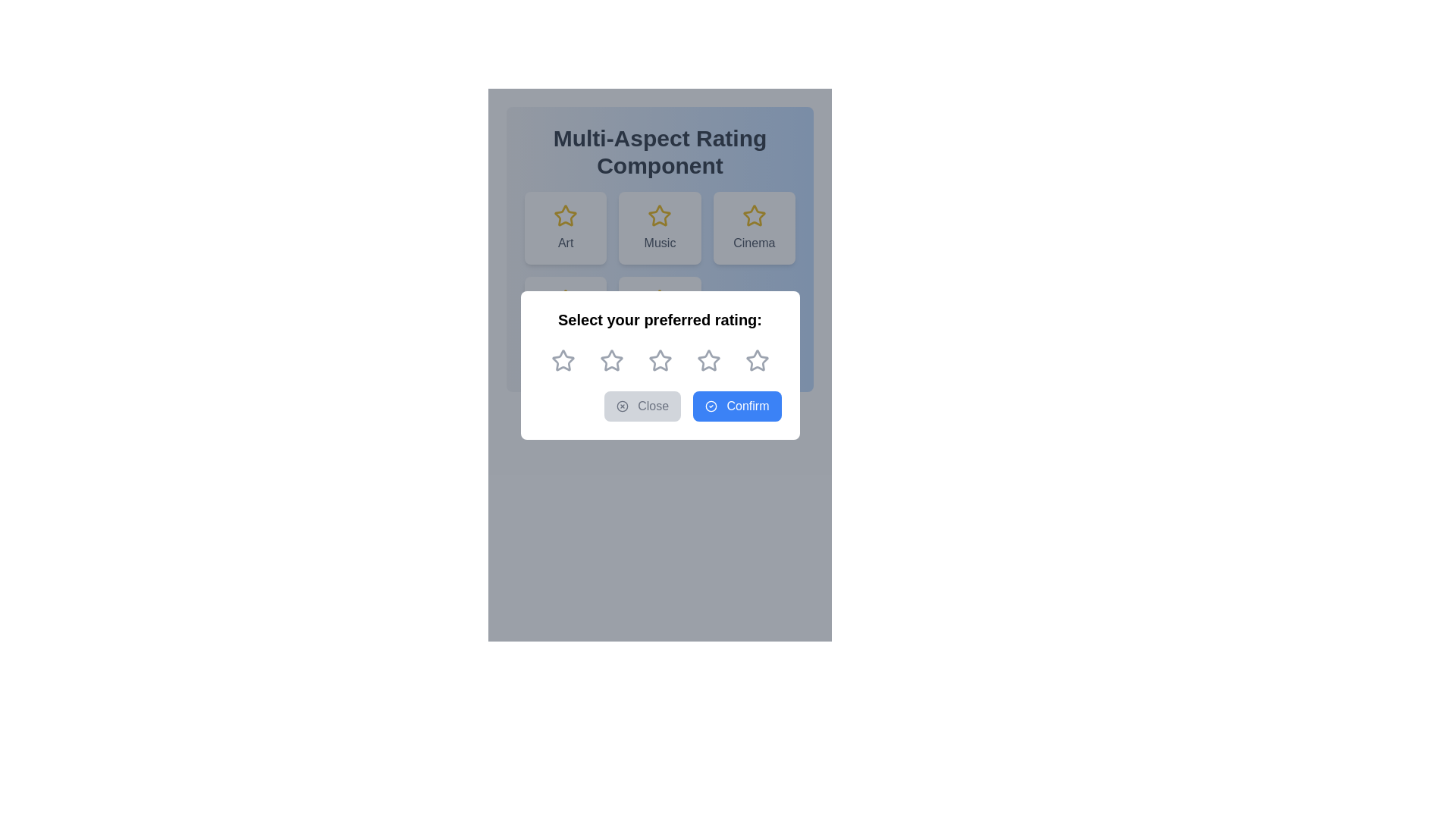  I want to click on the fourth star-shaped rating icon, which is light gray with a hollow center, so click(708, 360).